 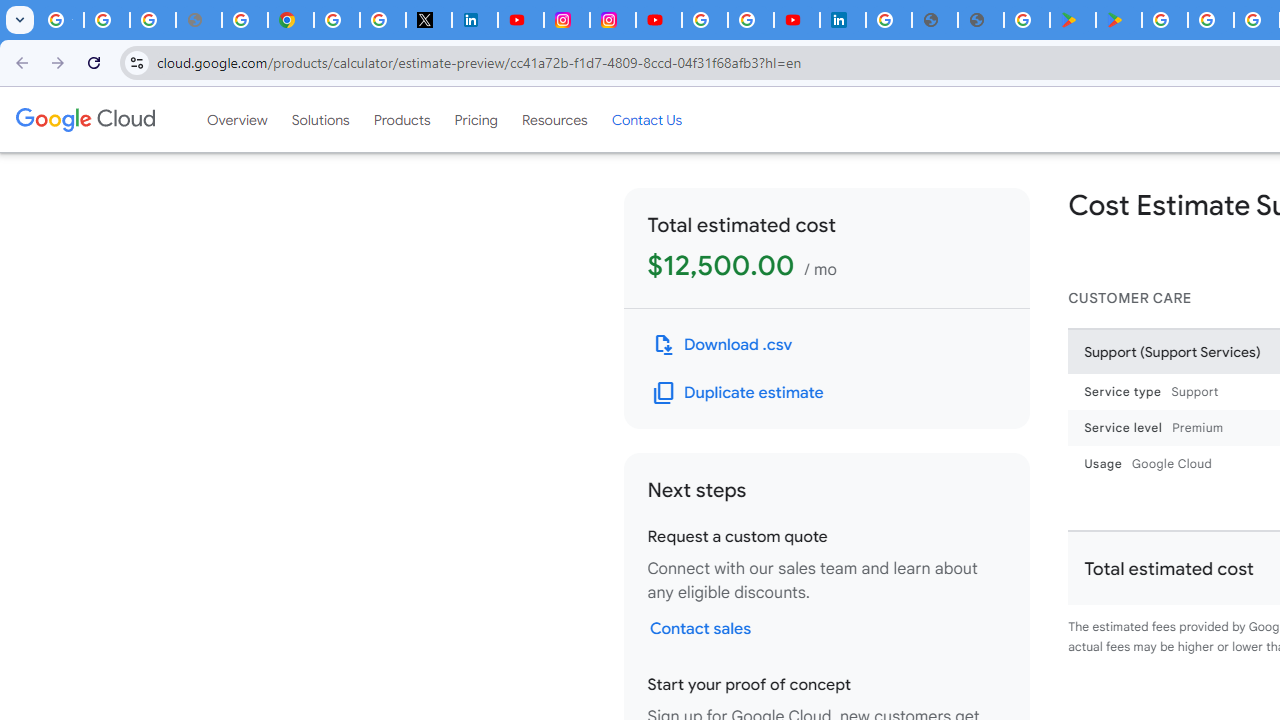 I want to click on 'support.google.com - Network error', so click(x=198, y=20).